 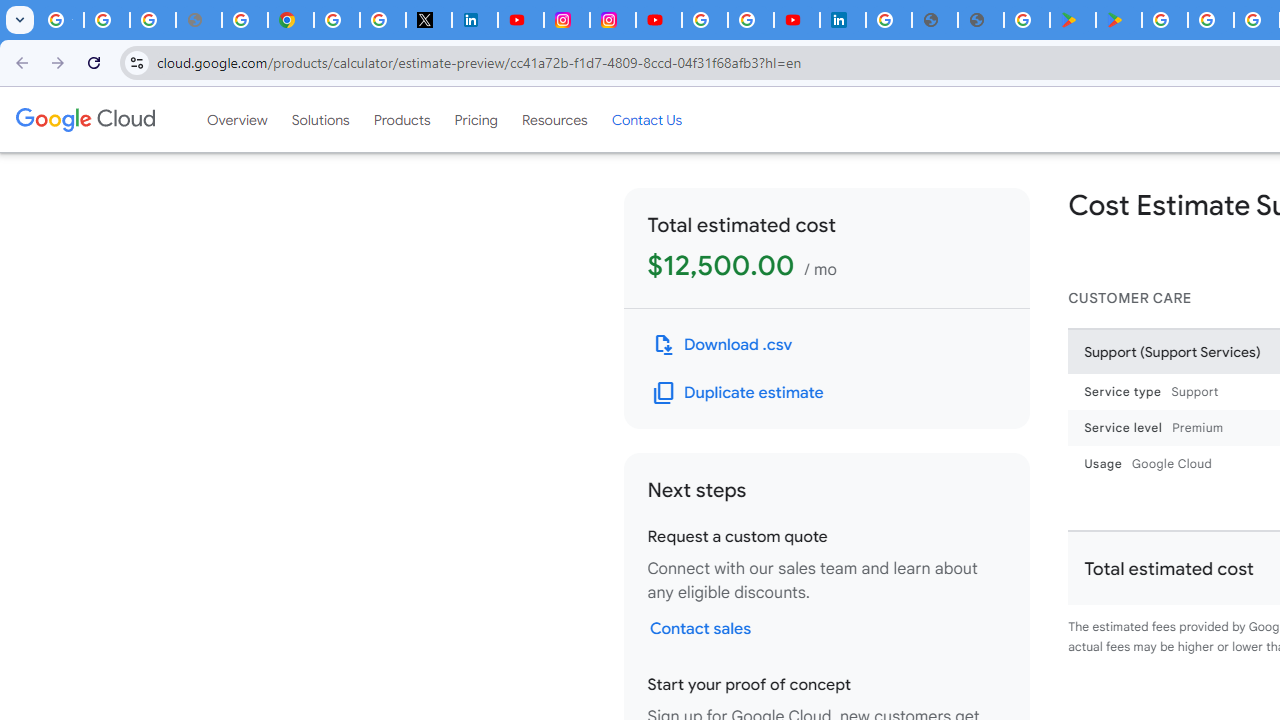 I want to click on 'support.google.com - Network error', so click(x=198, y=20).